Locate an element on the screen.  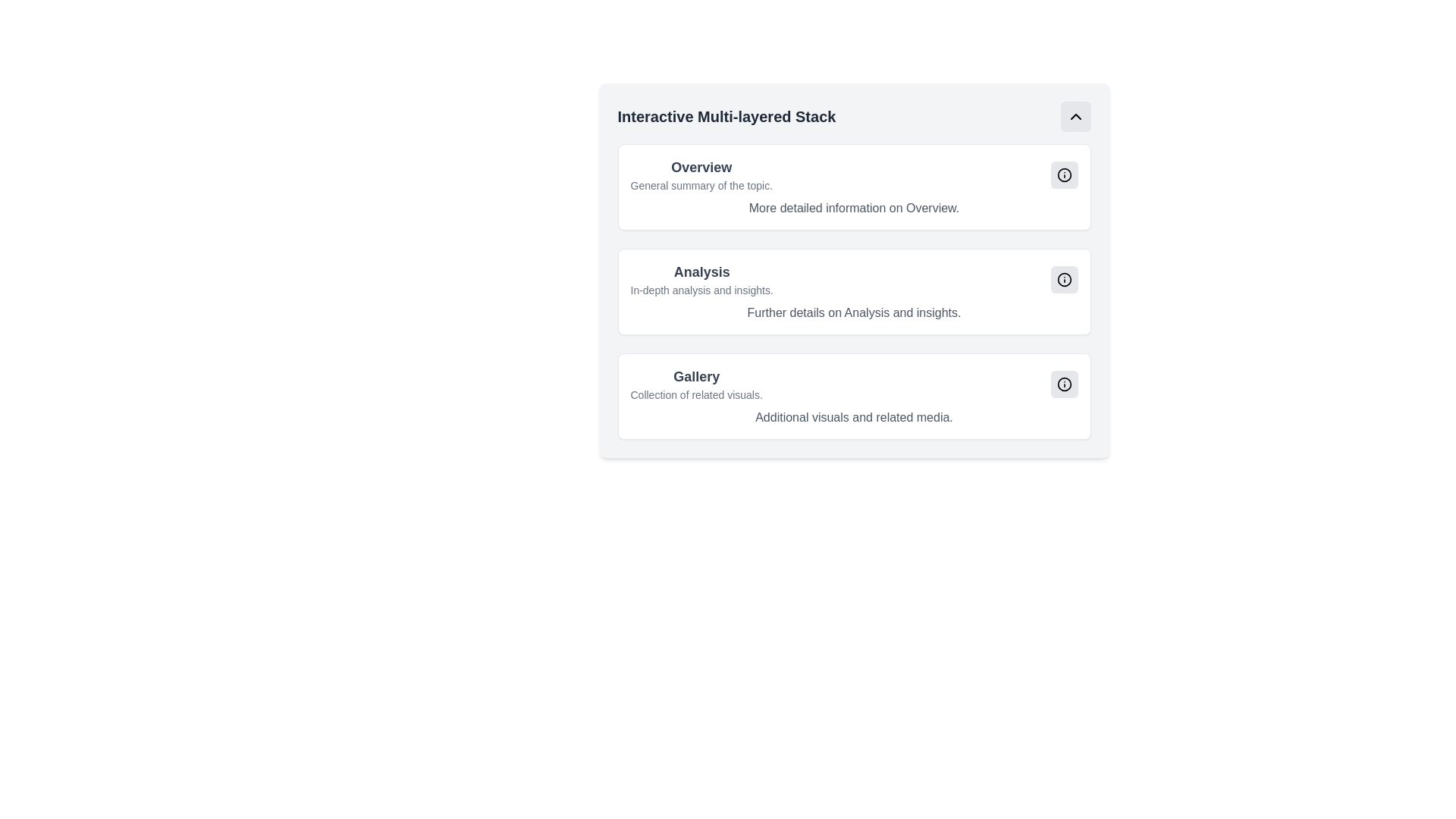
the help icon located at the far-right of the 'Analysis' section is located at coordinates (1063, 280).